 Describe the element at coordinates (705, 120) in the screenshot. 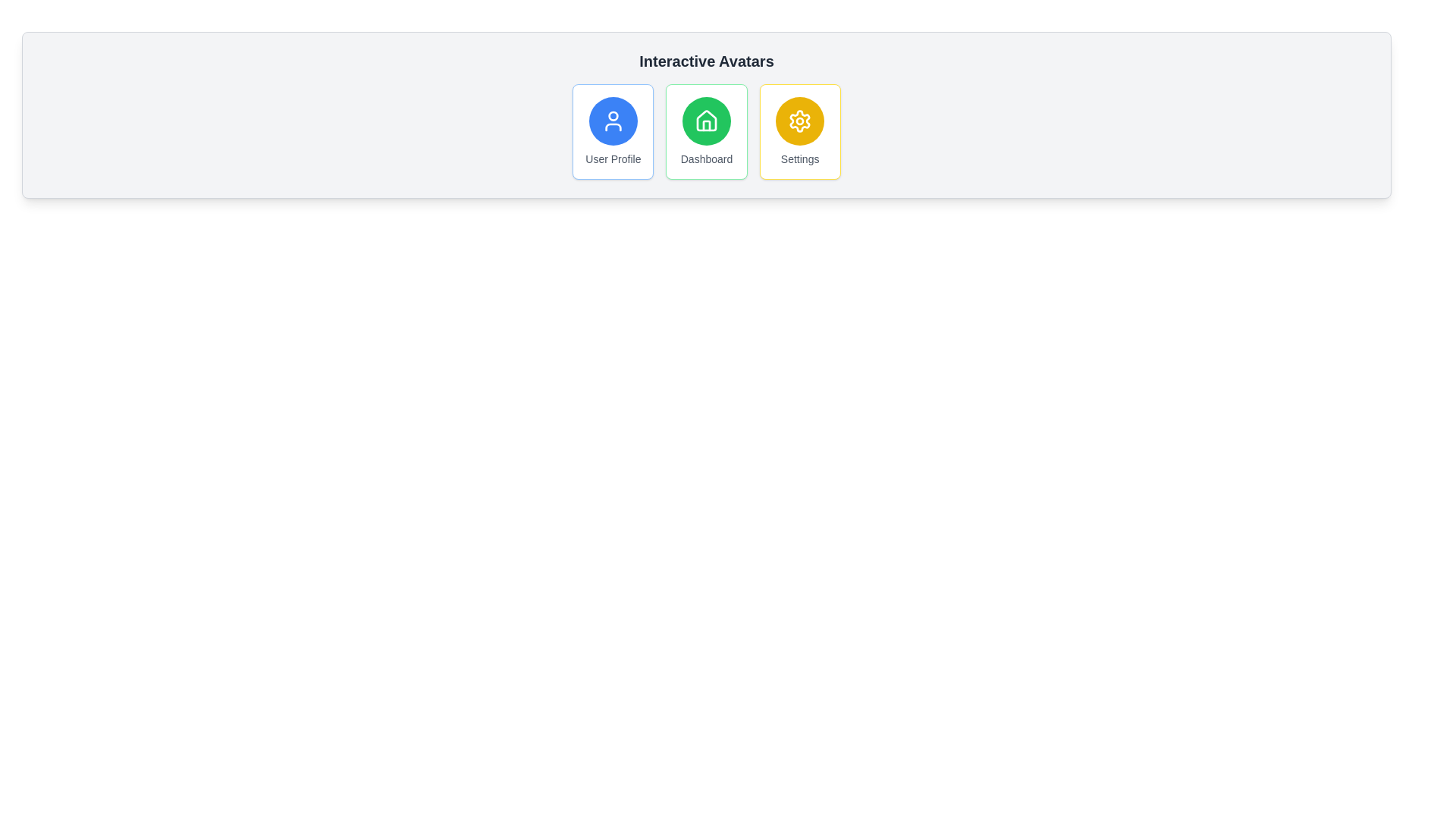

I see `the SVG Icon representing the home or dashboard functionality, which is centered within the green circular button labeled 'Dashboard', located under the 'Interactive Avatars' heading` at that location.